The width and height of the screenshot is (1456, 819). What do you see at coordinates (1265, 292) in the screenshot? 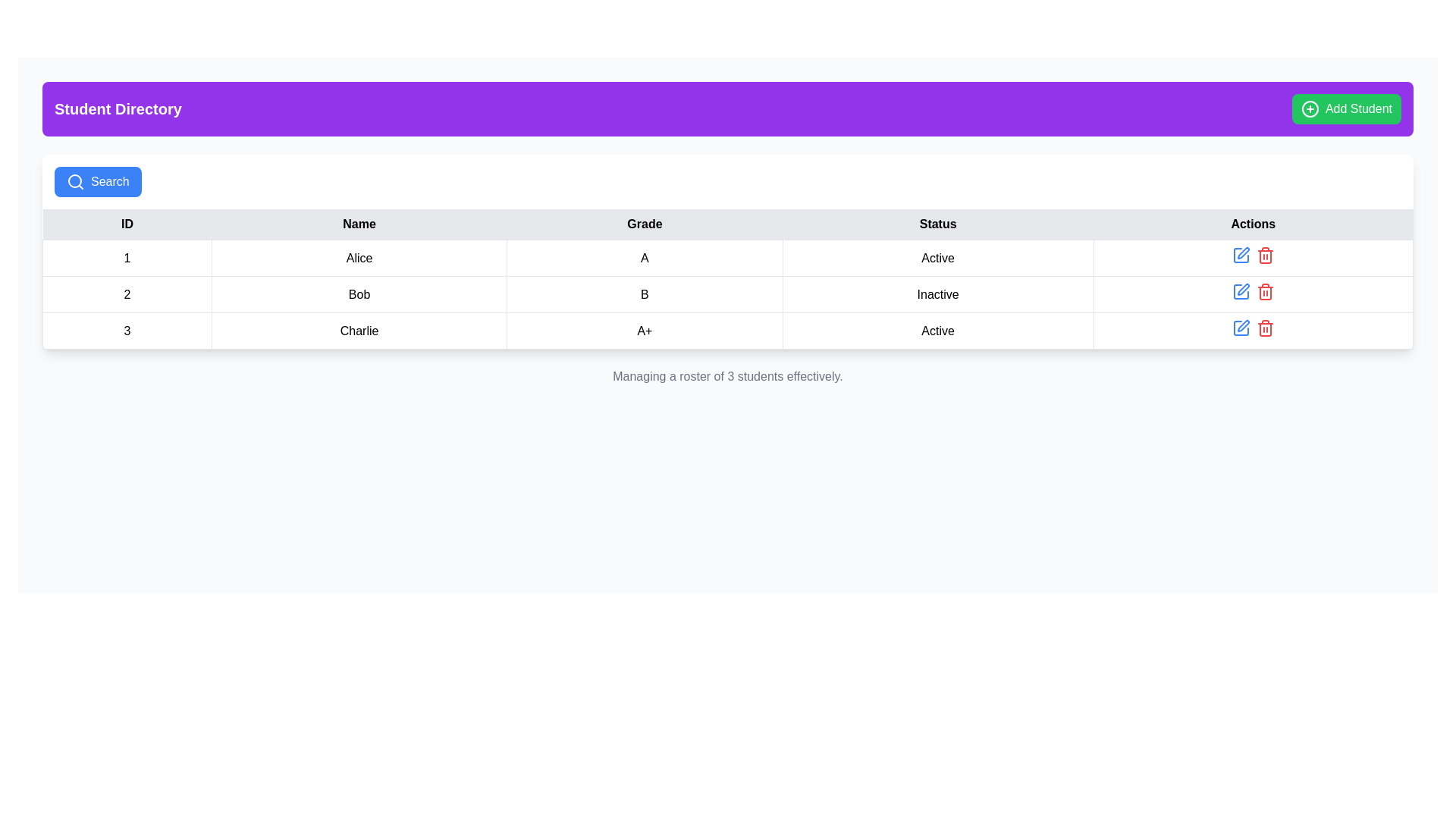
I see `the second red-colored trash icon in the 'Actions' column of the table` at bounding box center [1265, 292].